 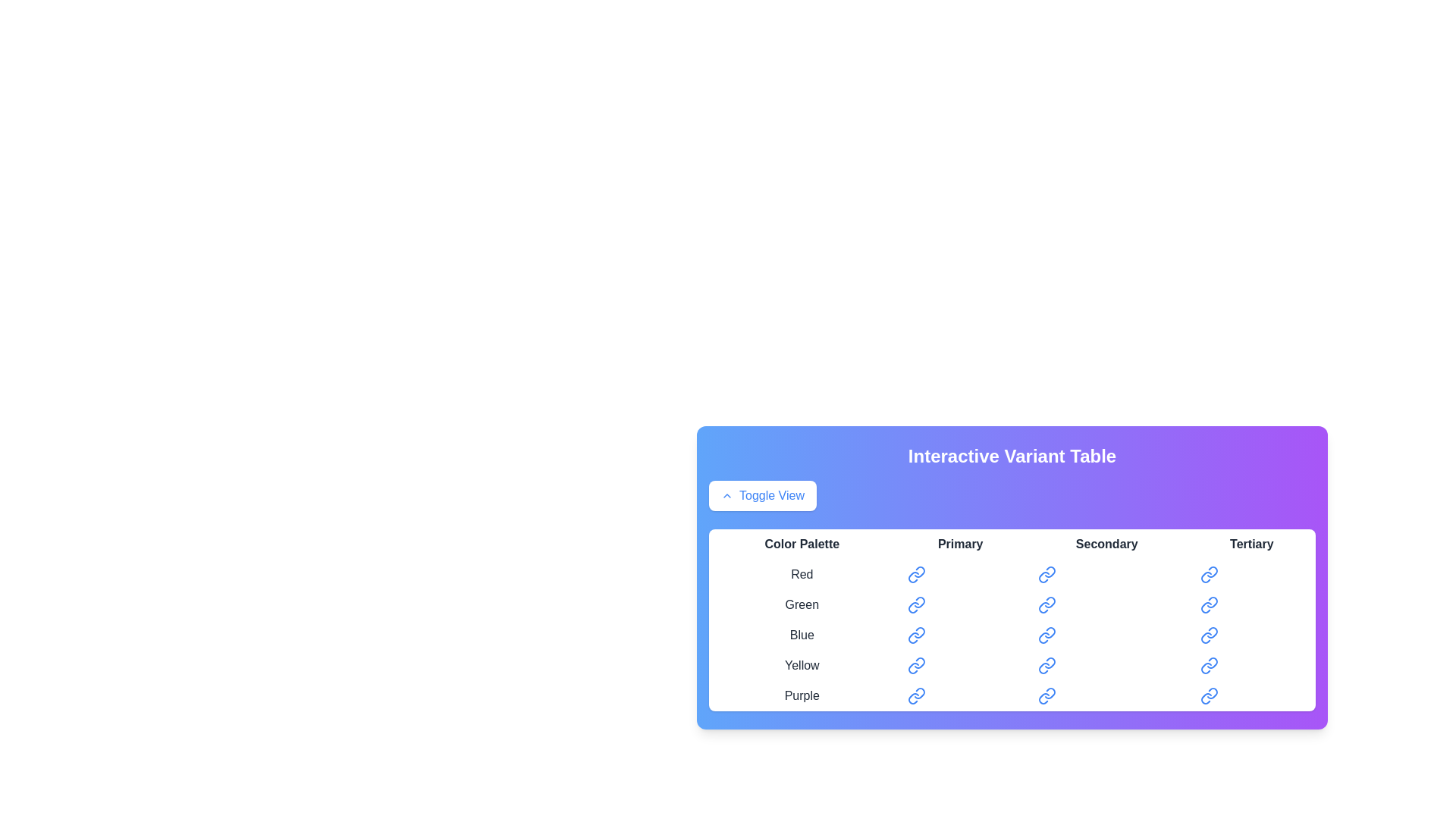 I want to click on the hyperlink labeled 'Tertiary - Blue' located in the bottom-right section of the table, so click(x=1251, y=635).